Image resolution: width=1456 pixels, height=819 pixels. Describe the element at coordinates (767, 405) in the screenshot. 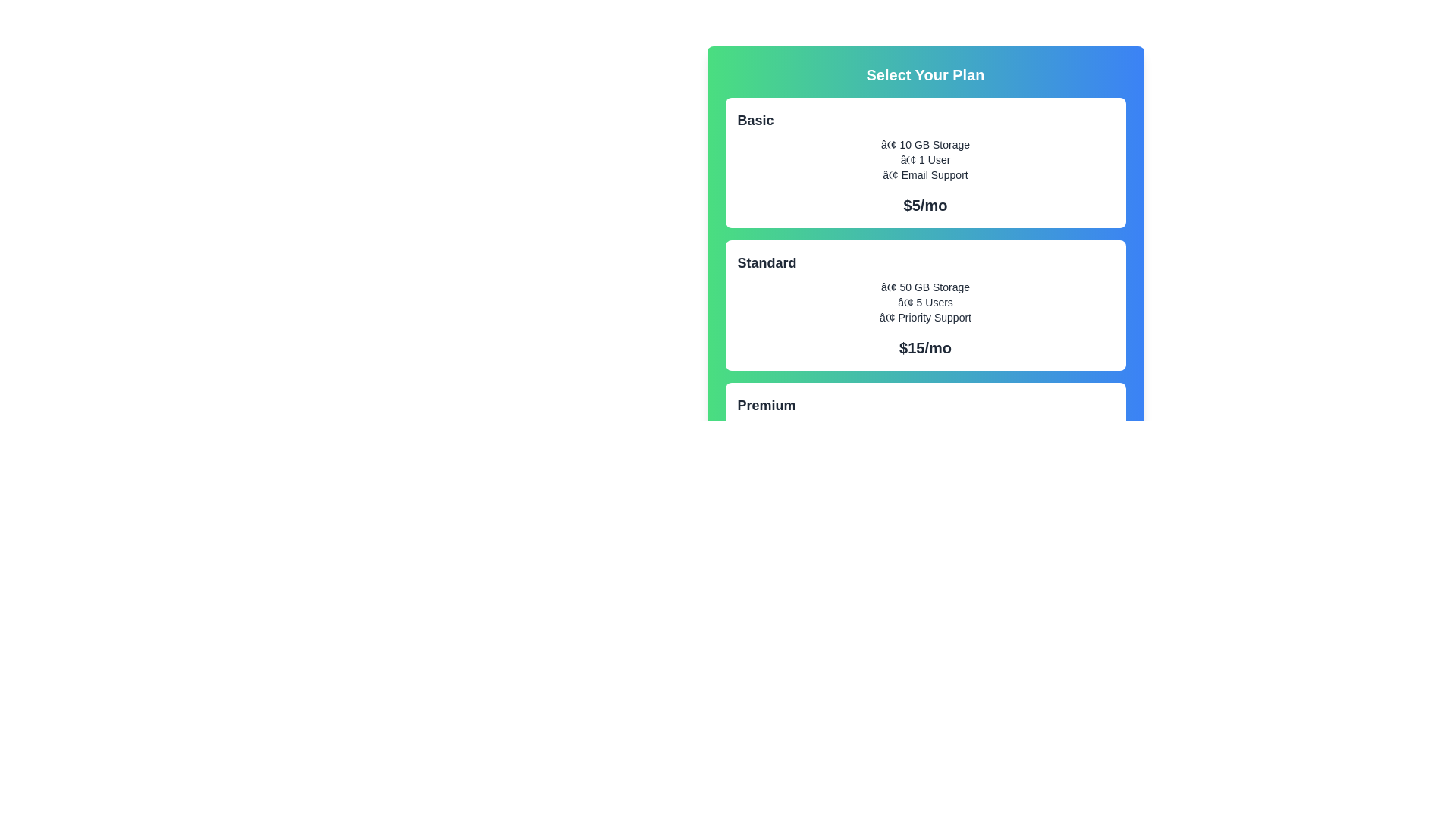

I see `the static text label indicating the 'Premium' option` at that location.